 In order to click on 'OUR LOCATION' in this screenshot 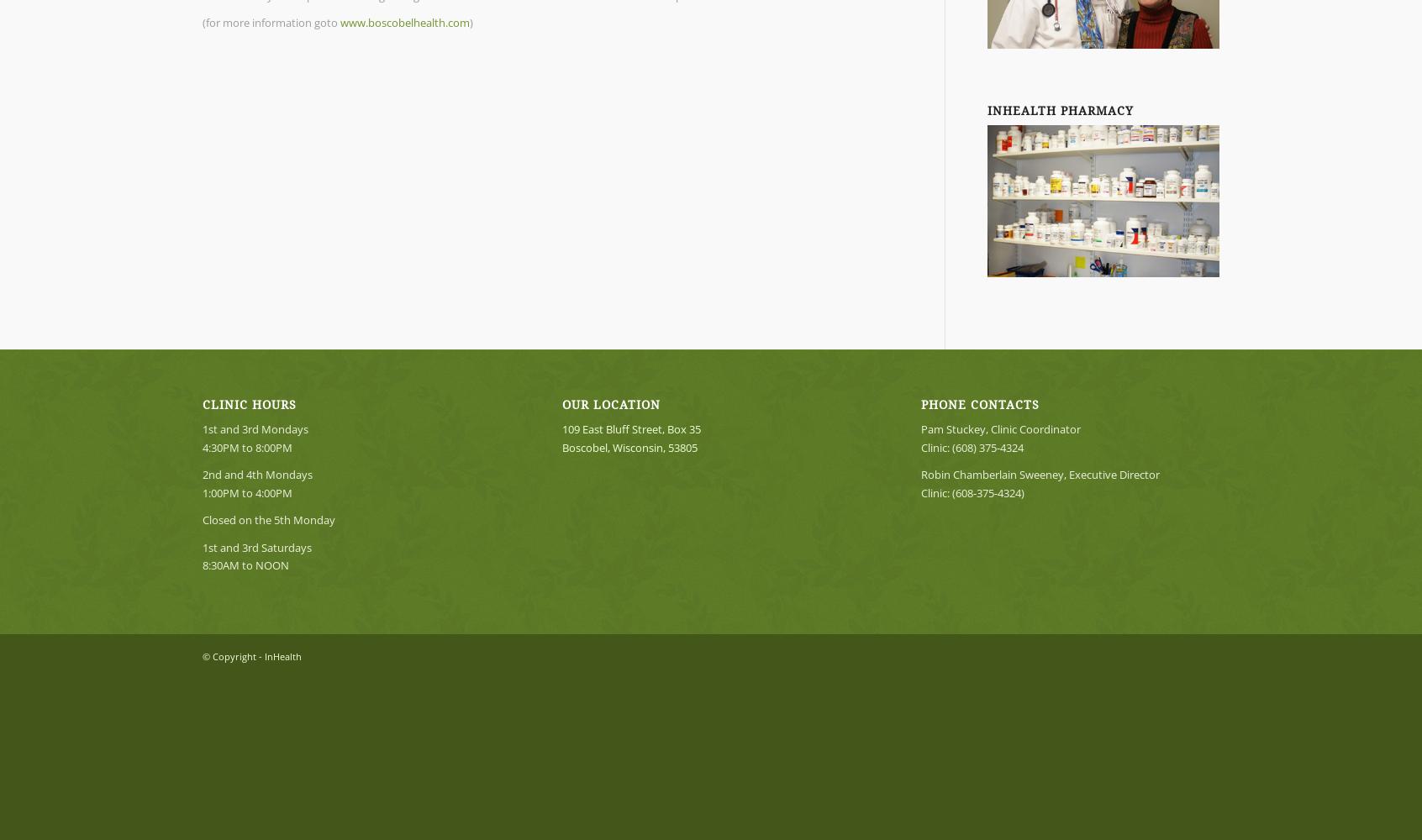, I will do `click(609, 403)`.